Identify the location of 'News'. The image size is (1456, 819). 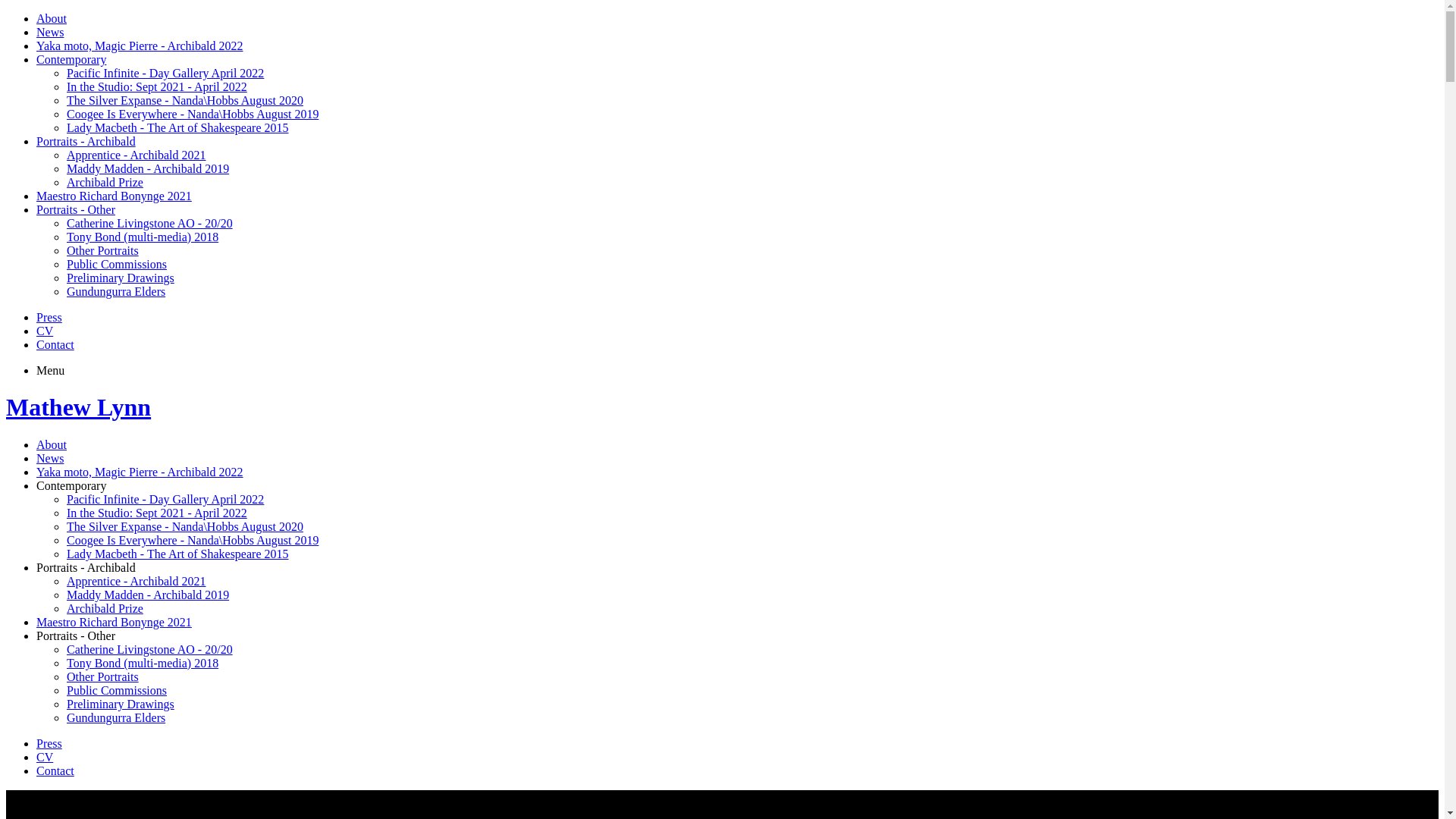
(36, 457).